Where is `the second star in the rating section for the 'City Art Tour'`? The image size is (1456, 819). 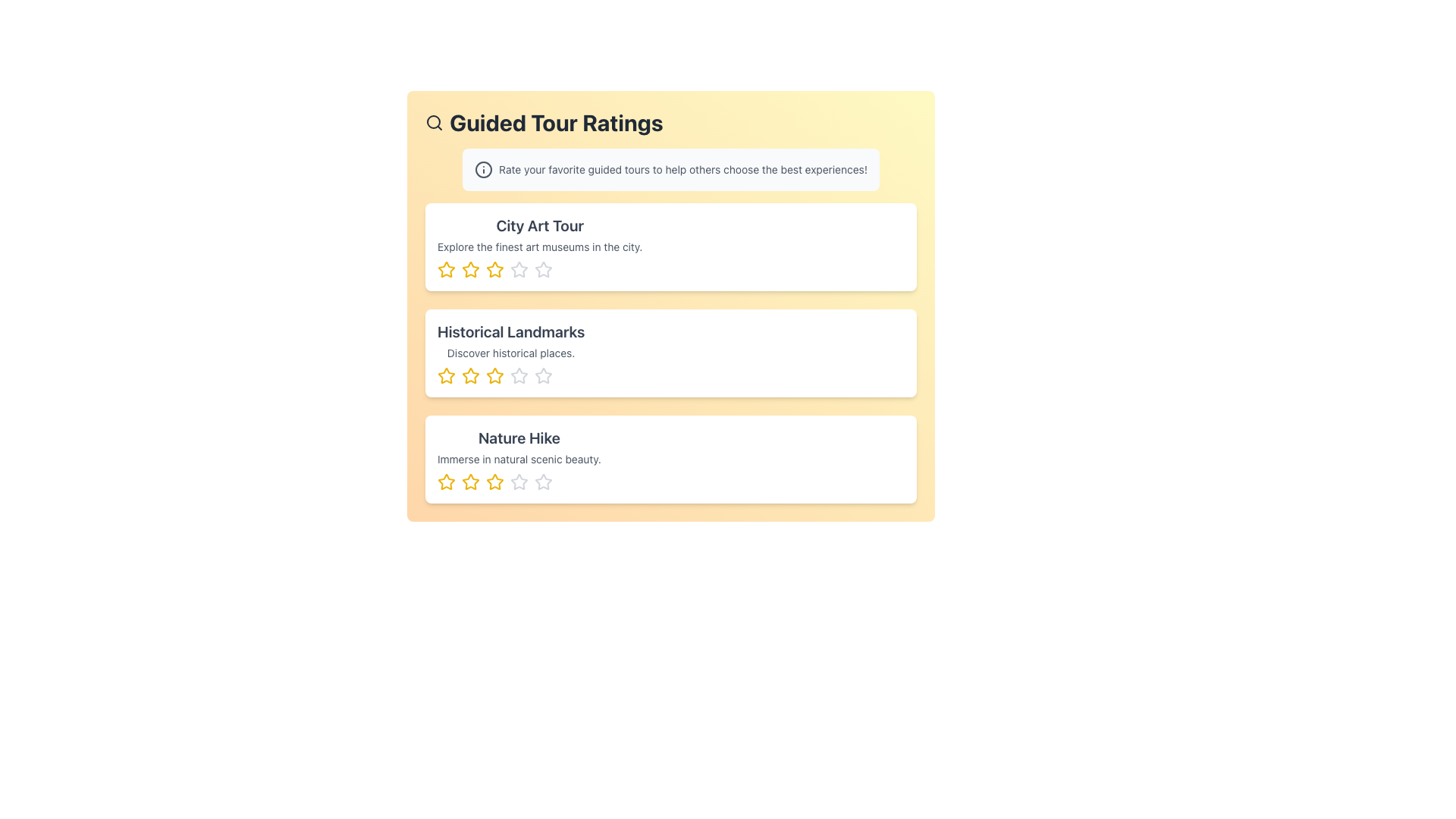
the second star in the rating section for the 'City Art Tour' is located at coordinates (469, 268).